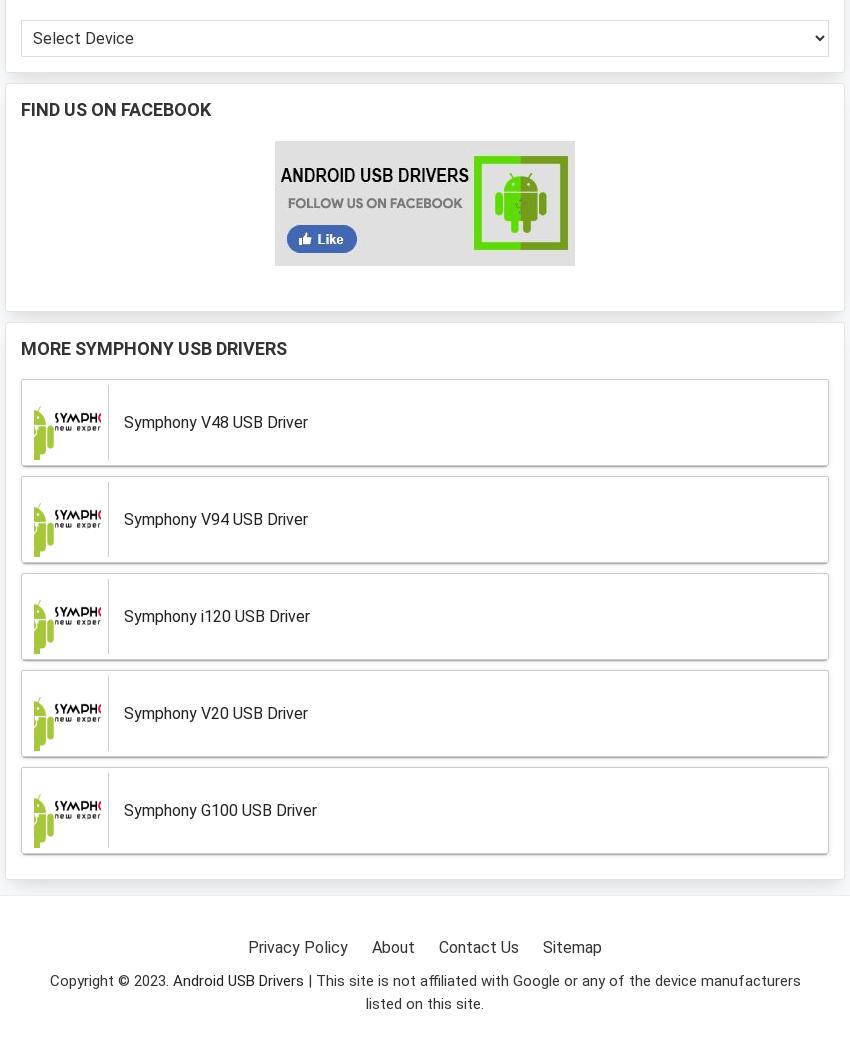 The image size is (850, 1044). I want to click on 'Symphony V48 USB Driver', so click(215, 421).